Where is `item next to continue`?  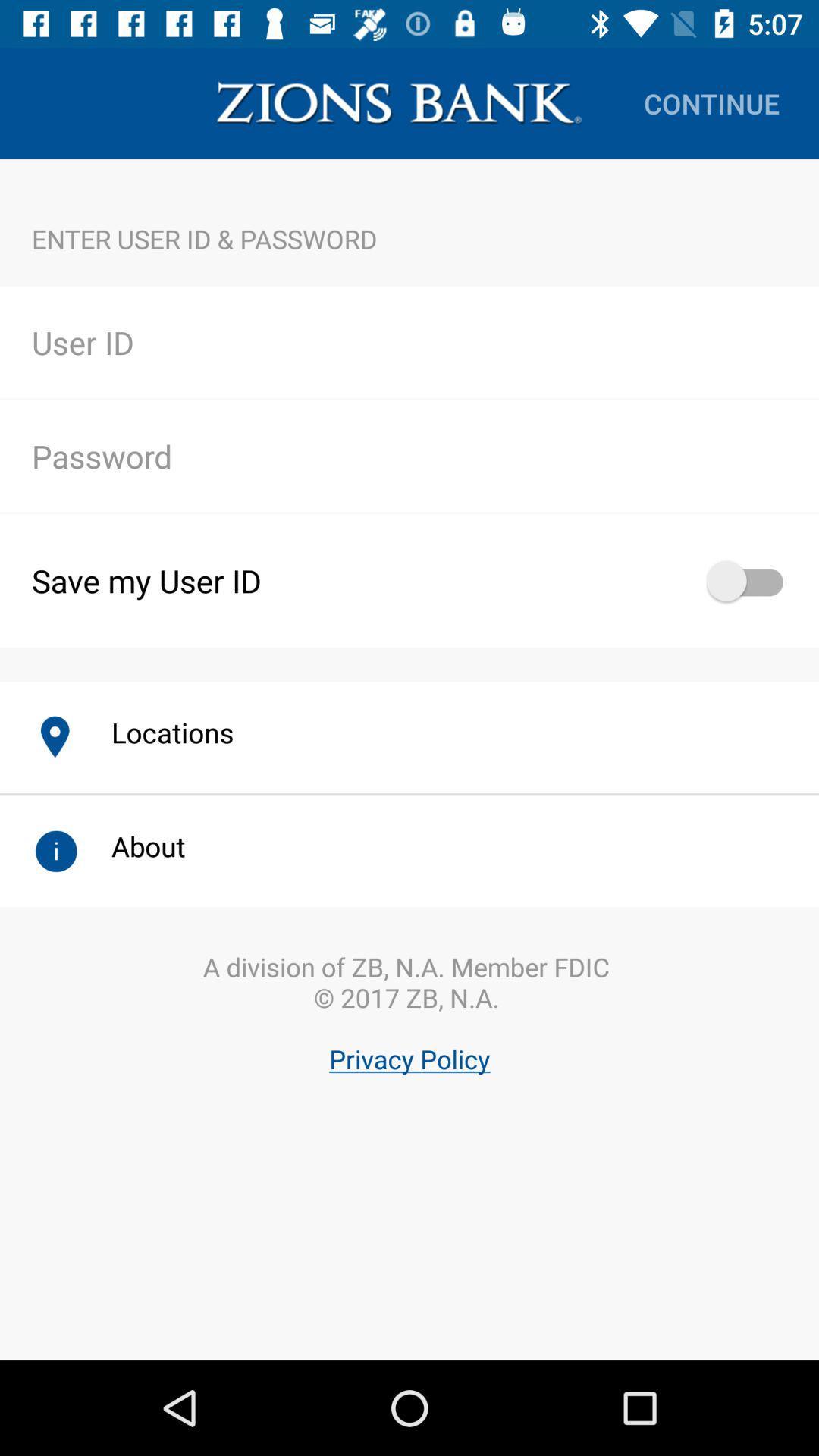
item next to continue is located at coordinates (398, 102).